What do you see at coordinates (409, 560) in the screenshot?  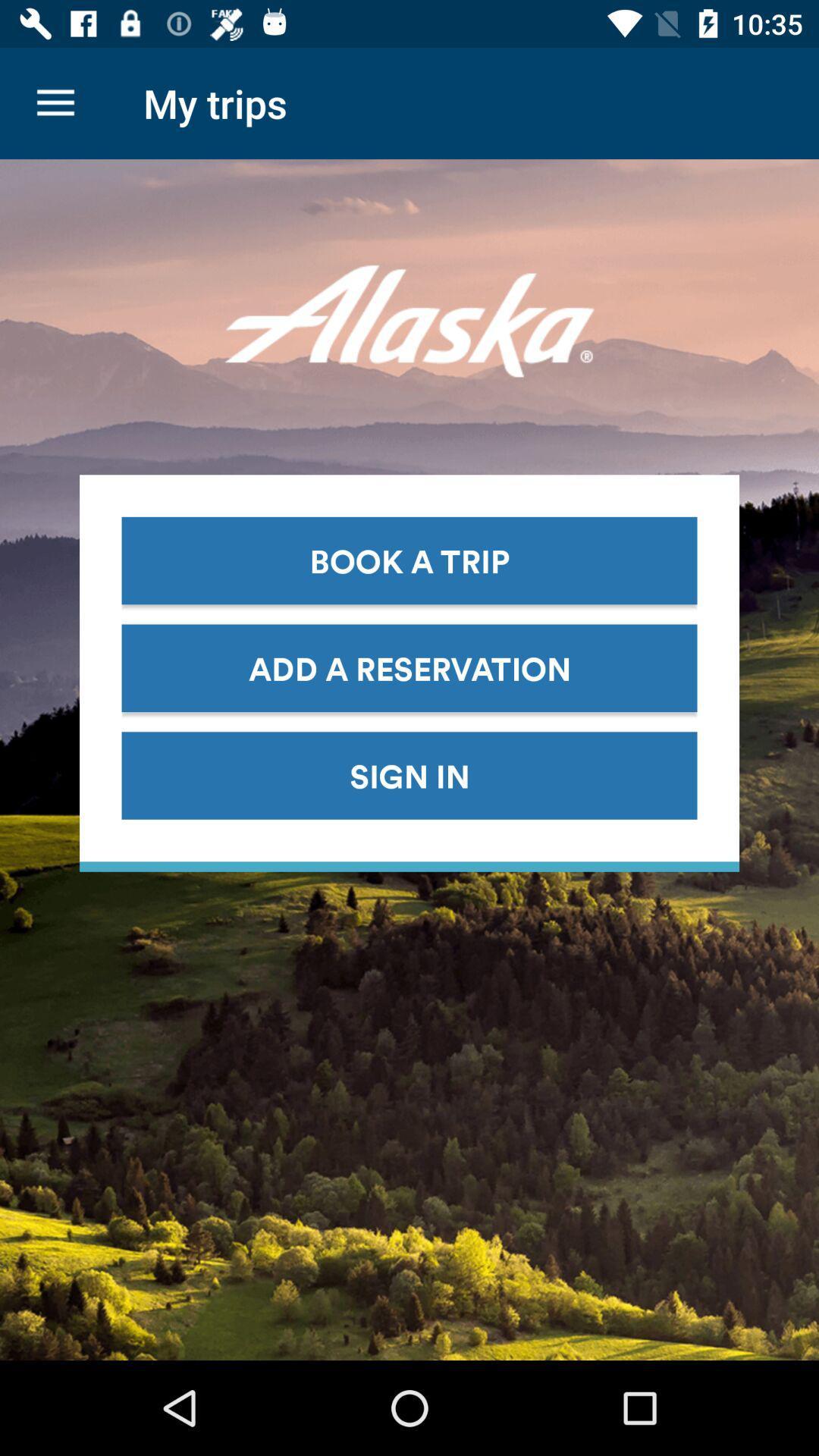 I see `the icon above add a reservation item` at bounding box center [409, 560].